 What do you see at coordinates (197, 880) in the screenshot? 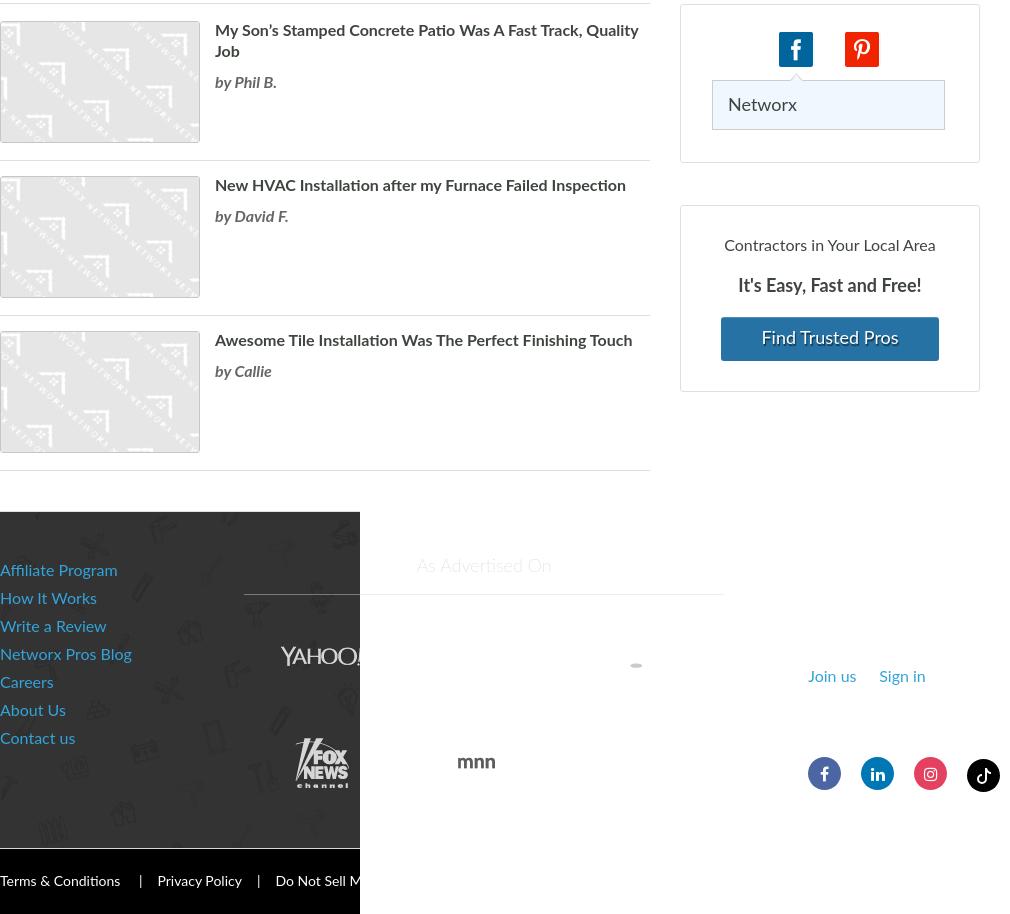
I see `'Privacy Policy'` at bounding box center [197, 880].